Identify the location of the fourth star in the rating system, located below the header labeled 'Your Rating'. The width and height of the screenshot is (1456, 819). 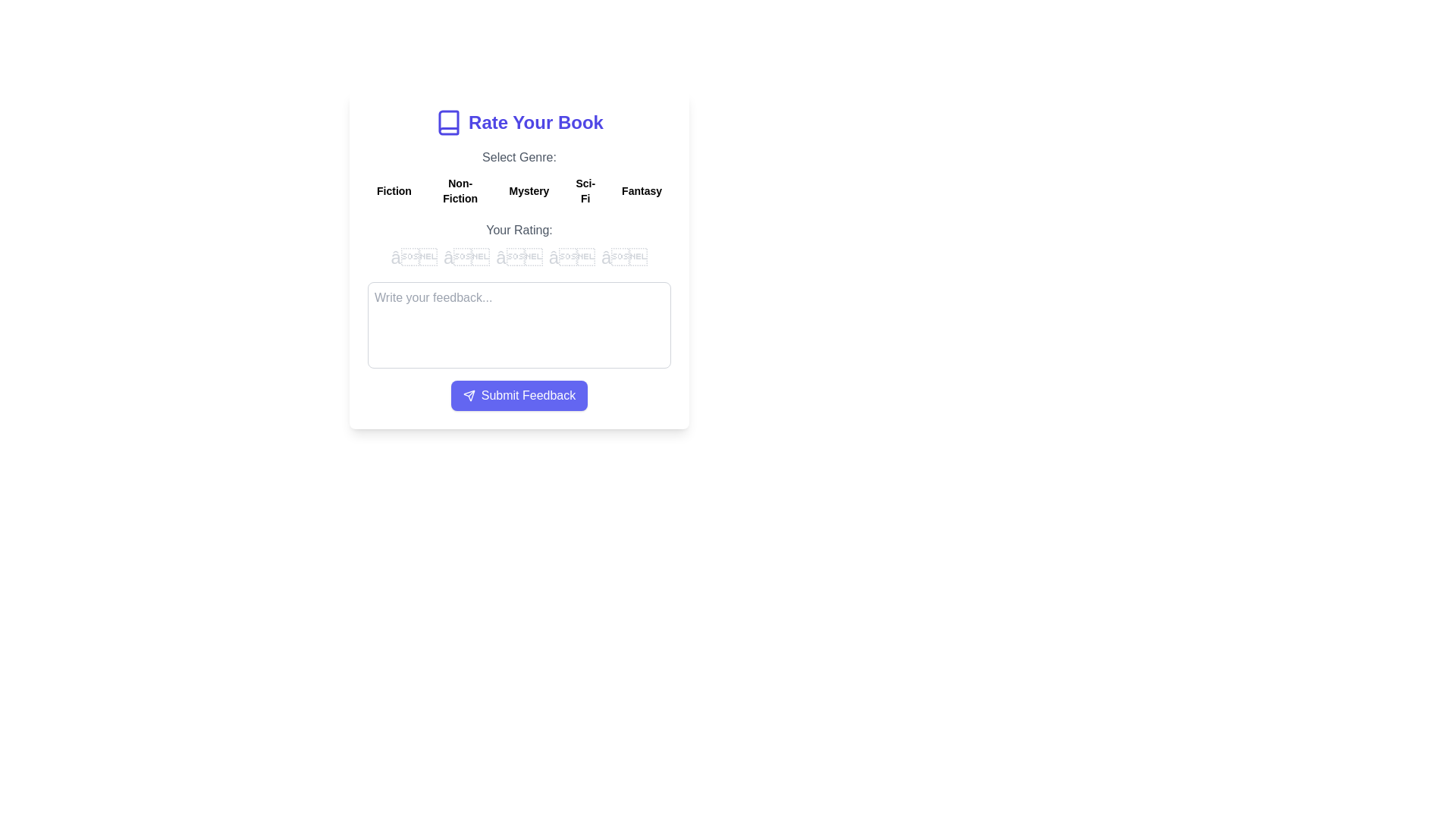
(571, 256).